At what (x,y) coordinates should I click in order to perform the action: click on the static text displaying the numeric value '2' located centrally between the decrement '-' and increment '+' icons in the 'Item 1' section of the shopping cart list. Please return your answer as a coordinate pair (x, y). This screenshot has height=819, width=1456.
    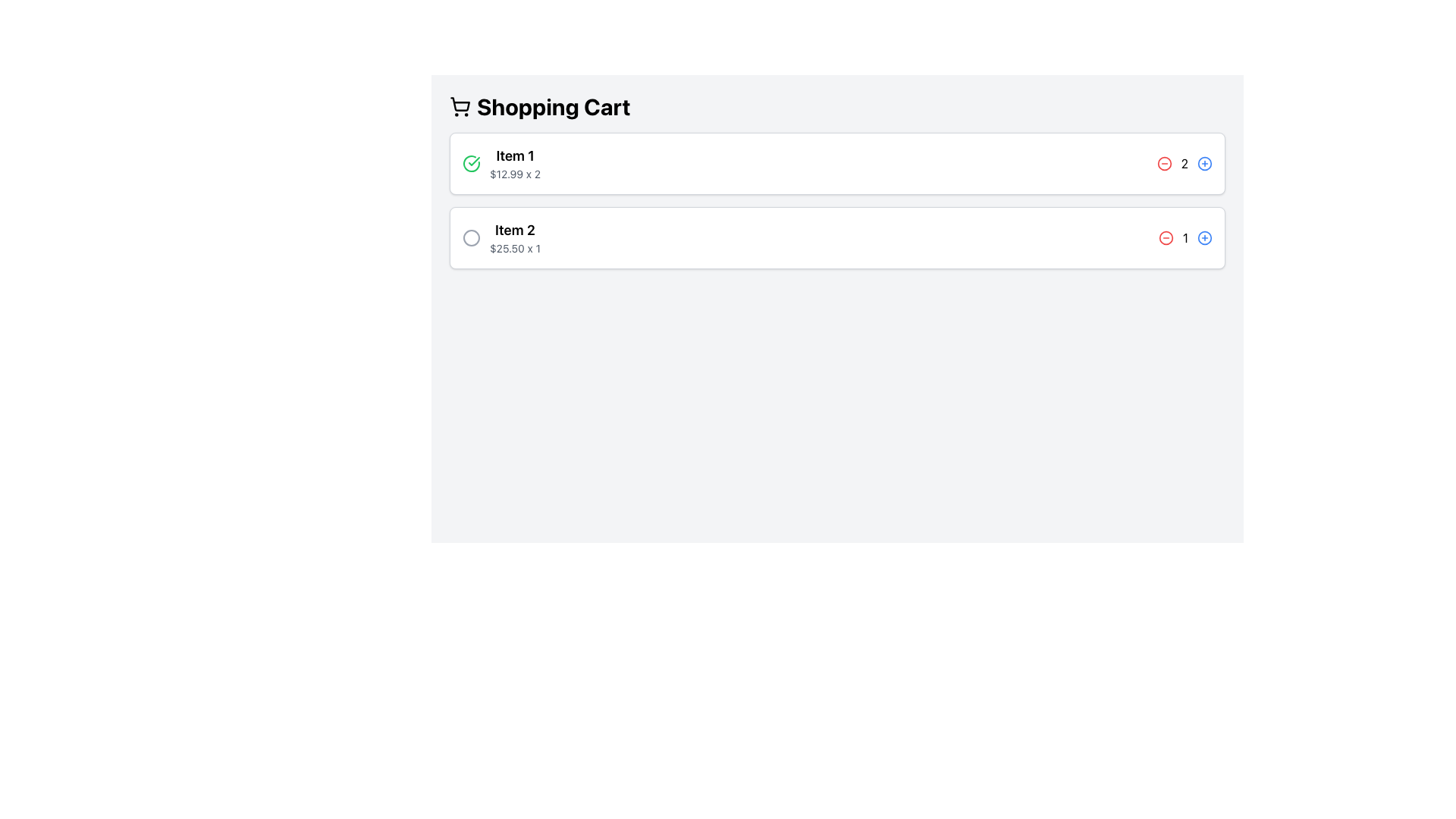
    Looking at the image, I should click on (1184, 164).